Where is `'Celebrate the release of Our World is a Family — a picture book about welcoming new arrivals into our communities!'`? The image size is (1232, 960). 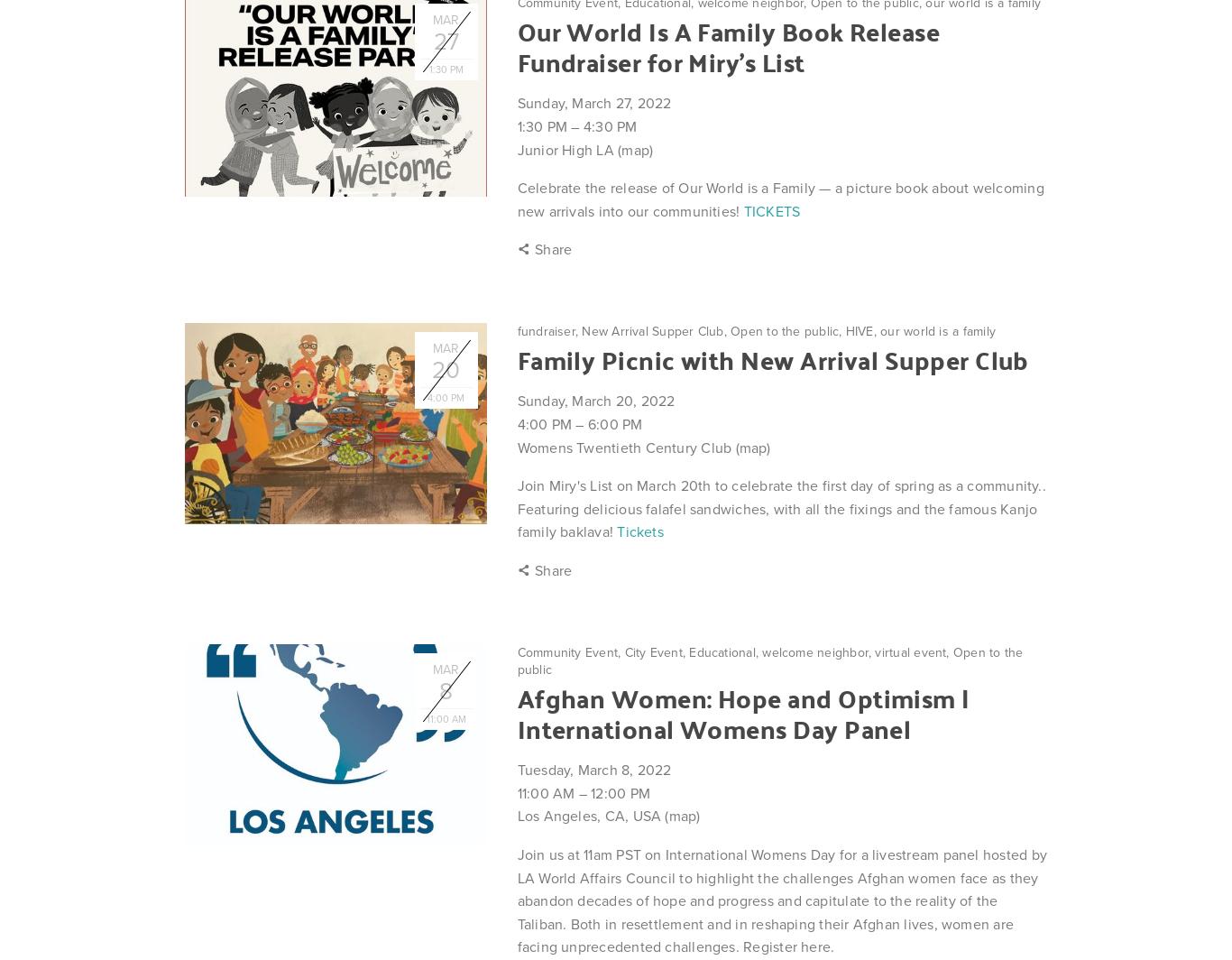 'Celebrate the release of Our World is a Family — a picture book about welcoming new arrivals into our communities!' is located at coordinates (778, 198).